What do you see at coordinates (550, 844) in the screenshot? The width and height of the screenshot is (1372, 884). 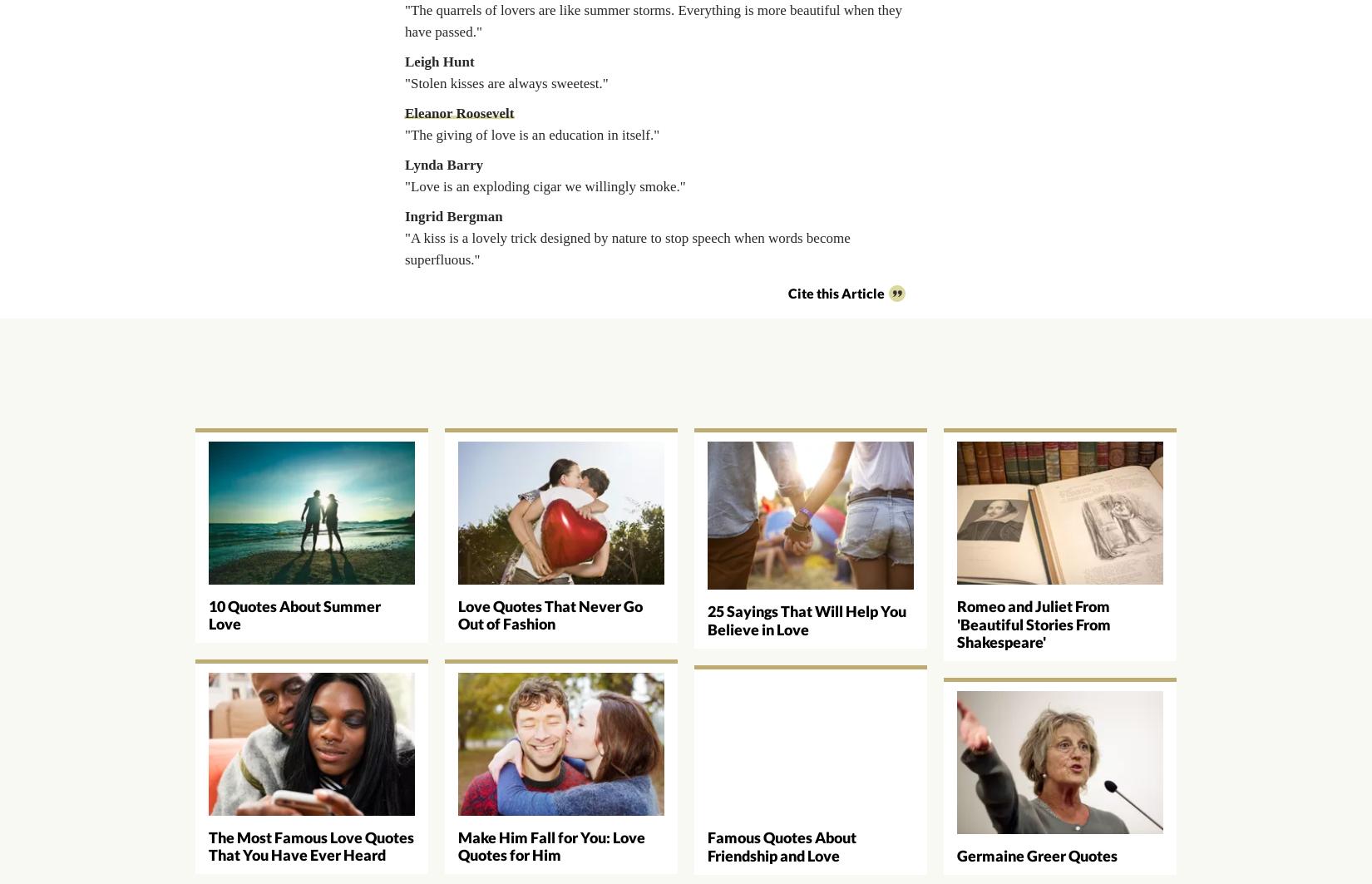 I see `'Make Him Fall for You: Love Quotes for Him'` at bounding box center [550, 844].